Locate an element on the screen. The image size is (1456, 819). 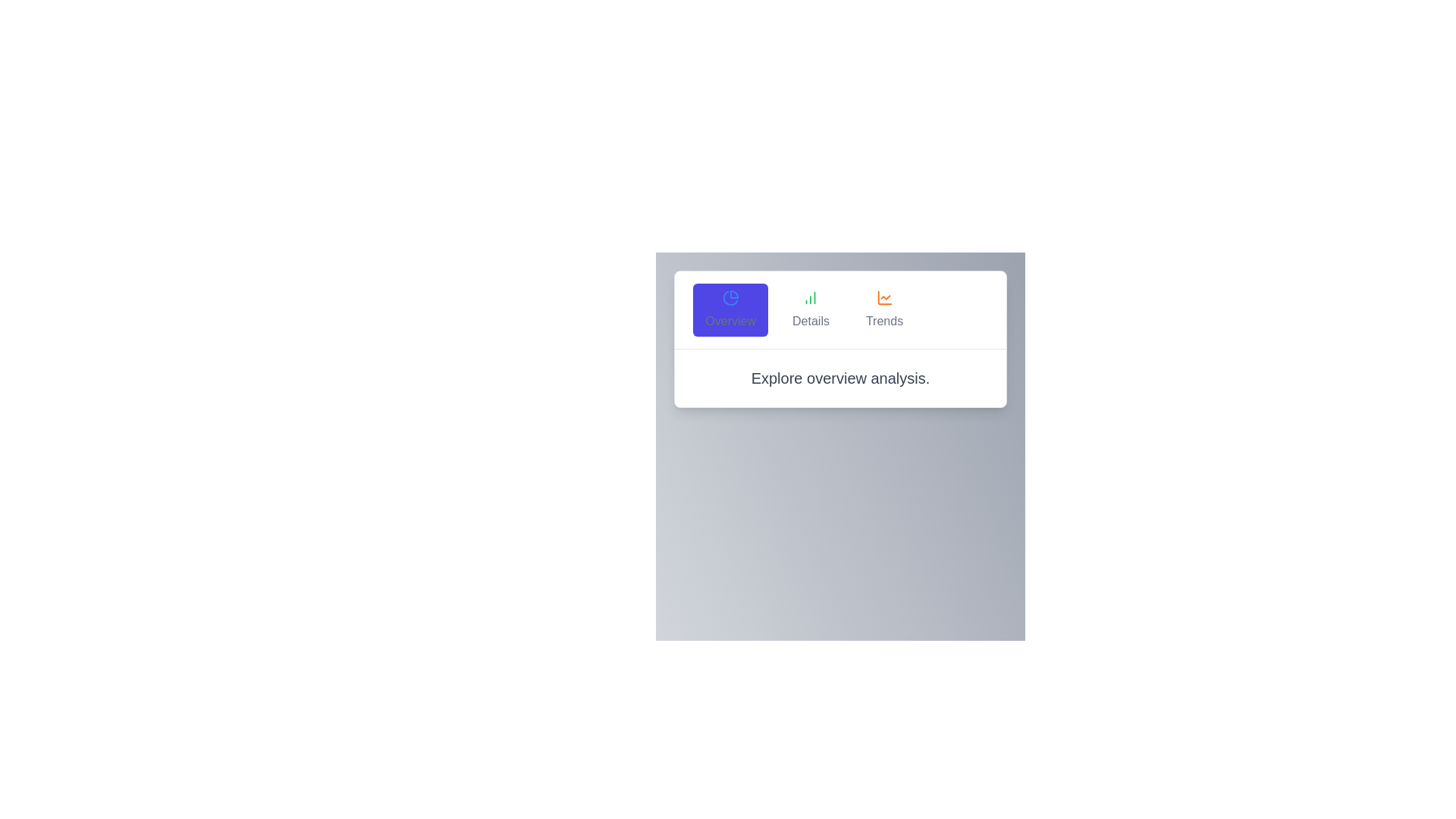
the tab labeled Overview is located at coordinates (730, 309).